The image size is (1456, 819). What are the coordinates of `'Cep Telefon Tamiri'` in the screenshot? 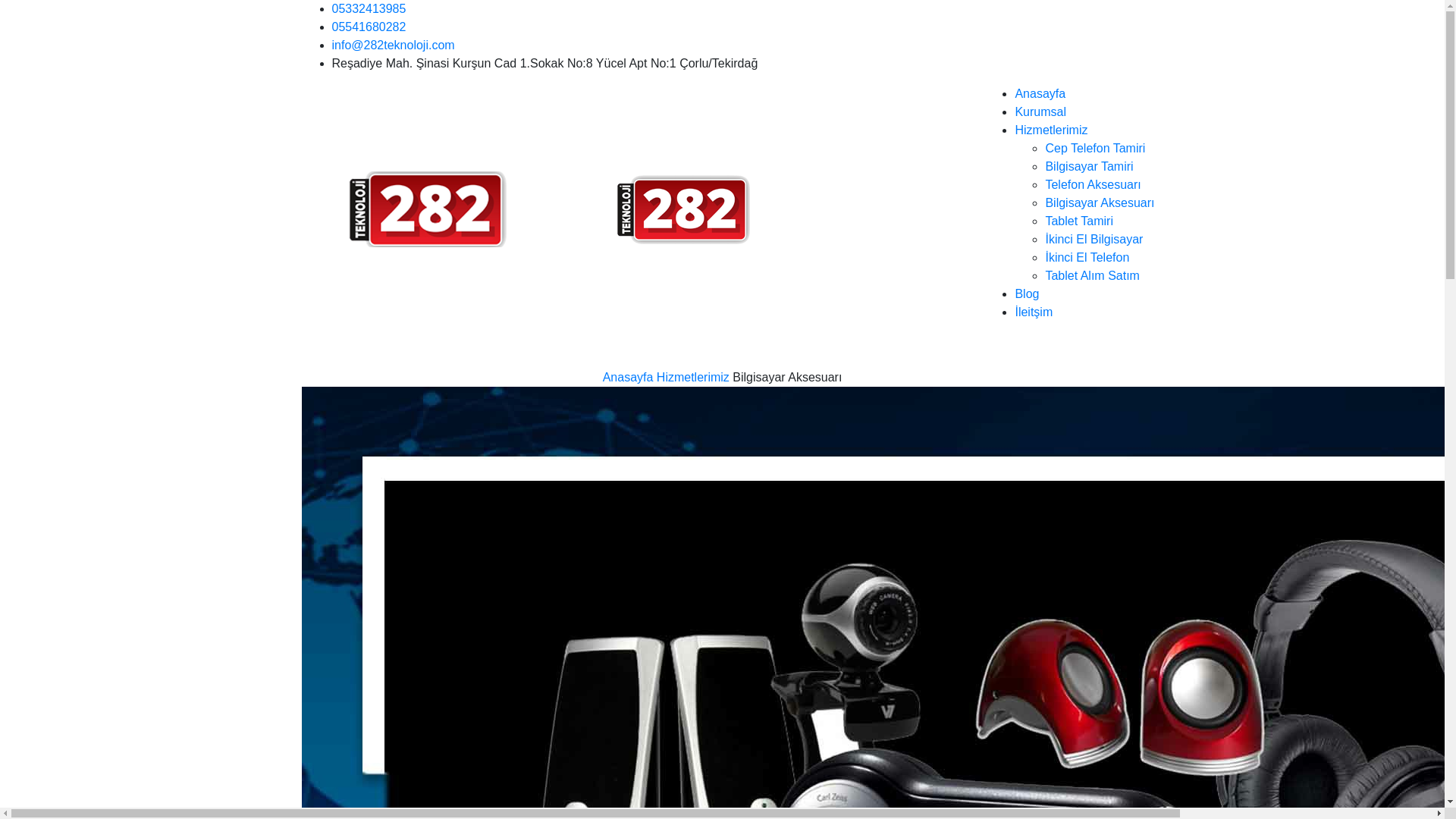 It's located at (1095, 148).